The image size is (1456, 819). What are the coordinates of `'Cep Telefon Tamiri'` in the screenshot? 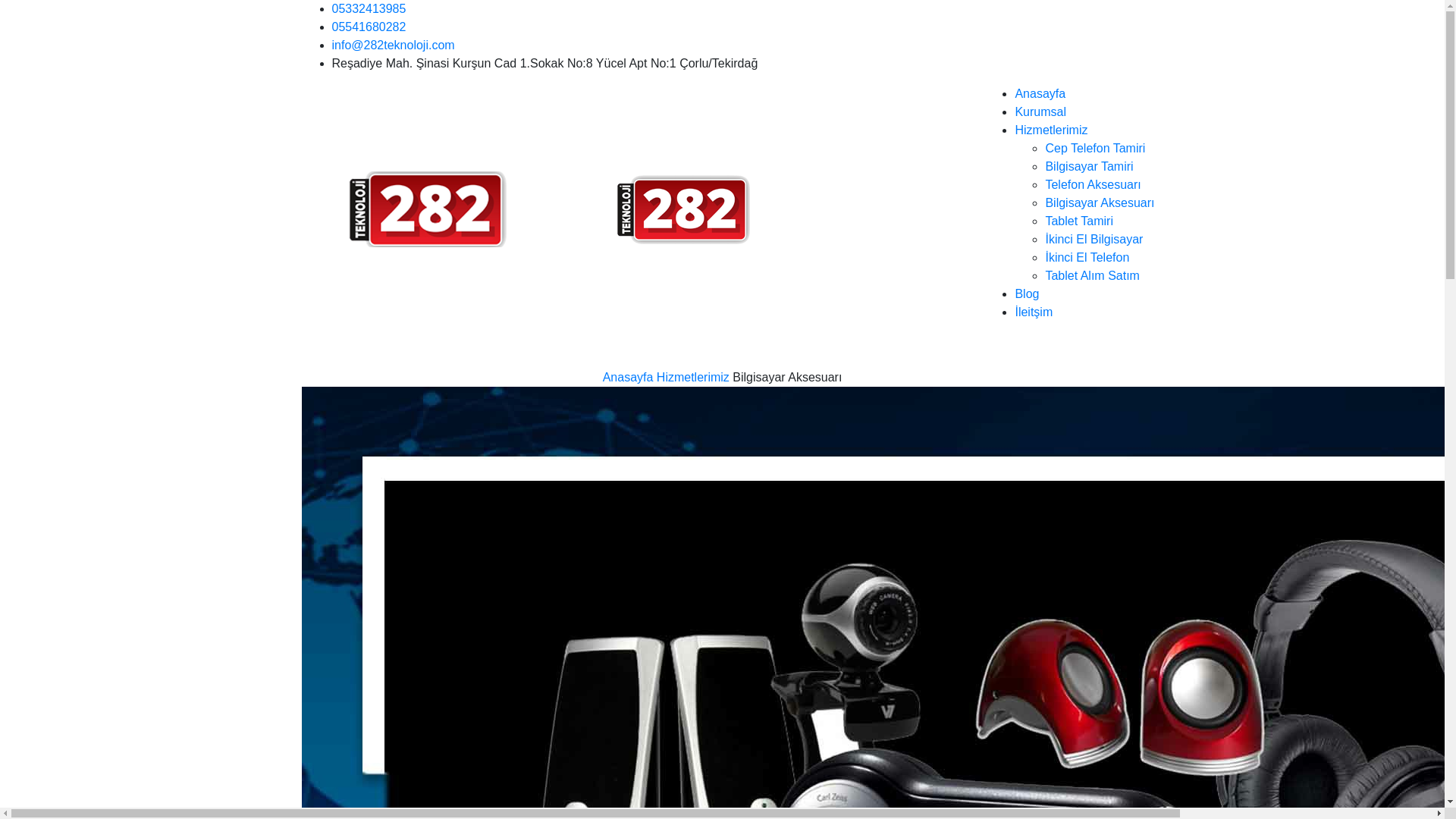 It's located at (1095, 148).